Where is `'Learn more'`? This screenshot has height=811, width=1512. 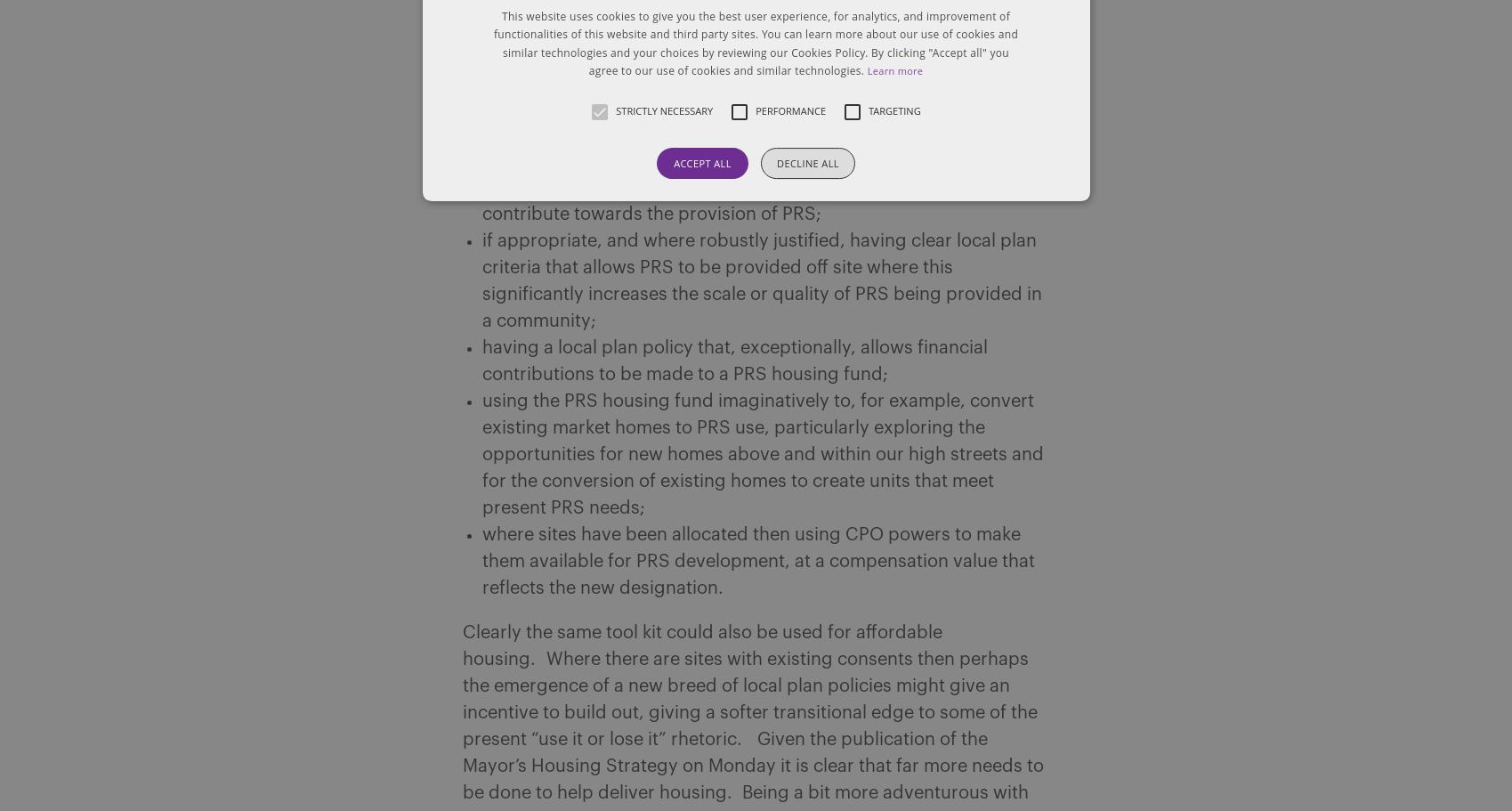
'Learn more' is located at coordinates (894, 70).